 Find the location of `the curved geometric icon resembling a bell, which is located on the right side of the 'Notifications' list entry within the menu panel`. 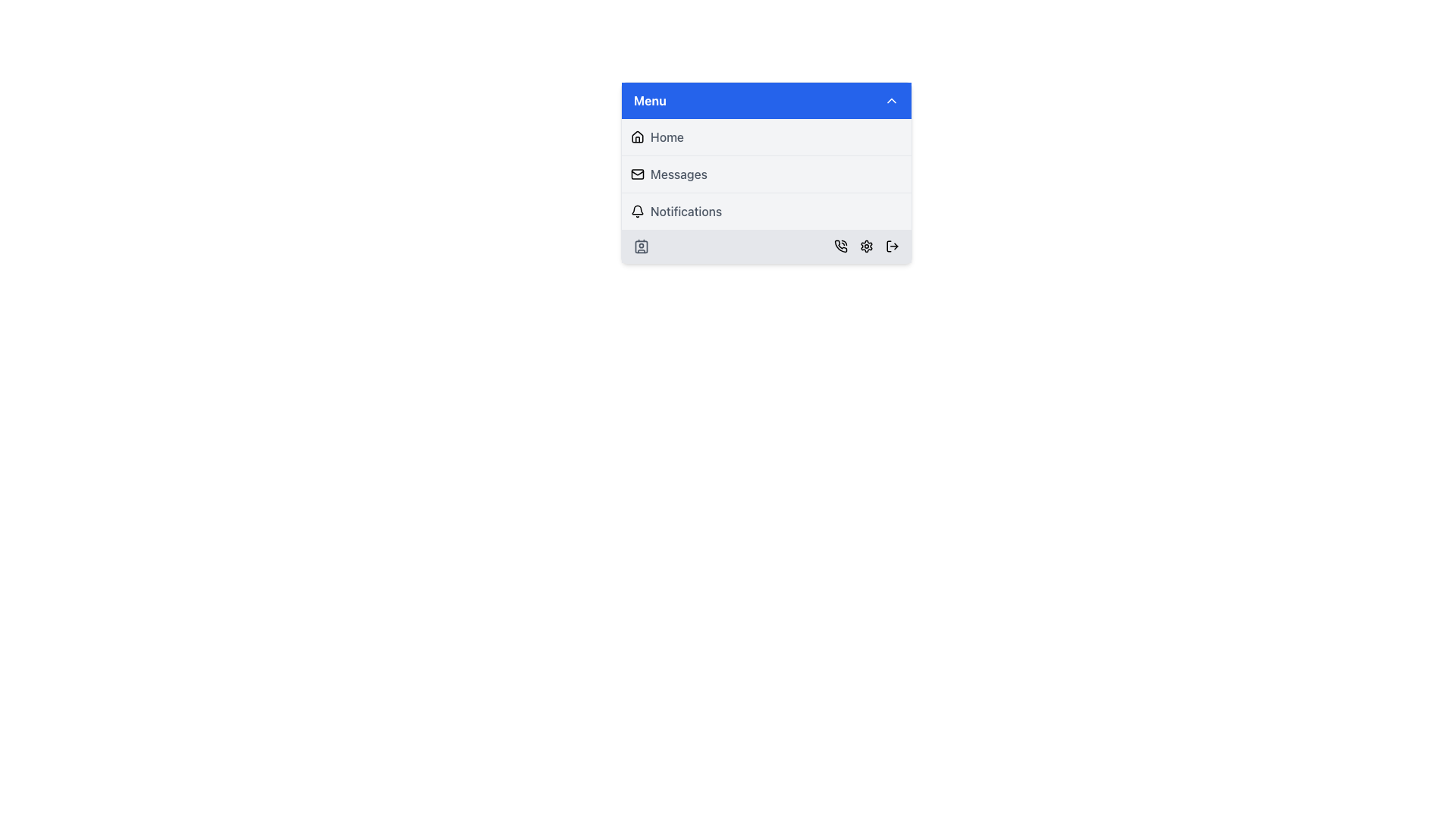

the curved geometric icon resembling a bell, which is located on the right side of the 'Notifications' list entry within the menu panel is located at coordinates (637, 210).